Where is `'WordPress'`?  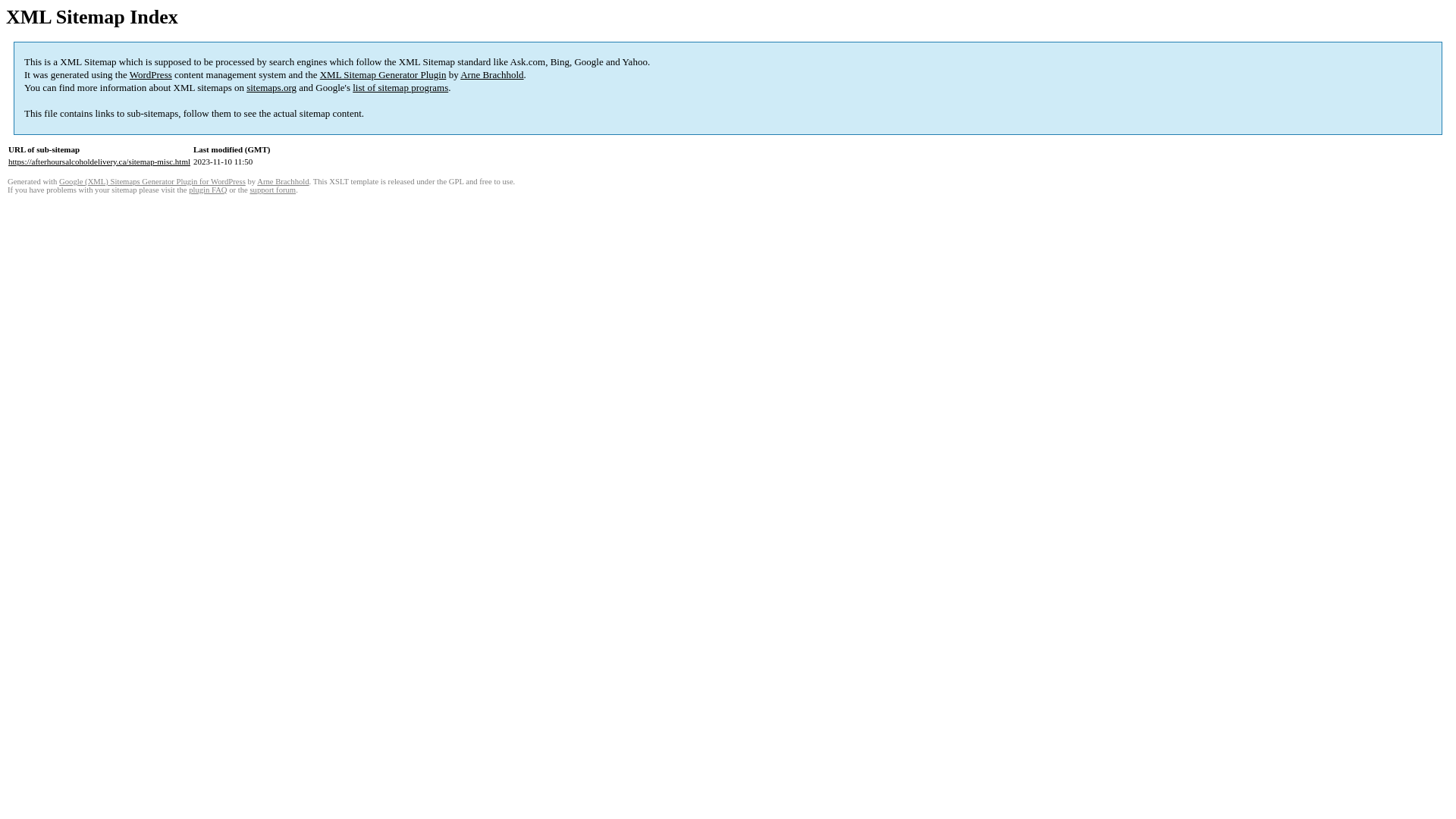
'WordPress' is located at coordinates (150, 74).